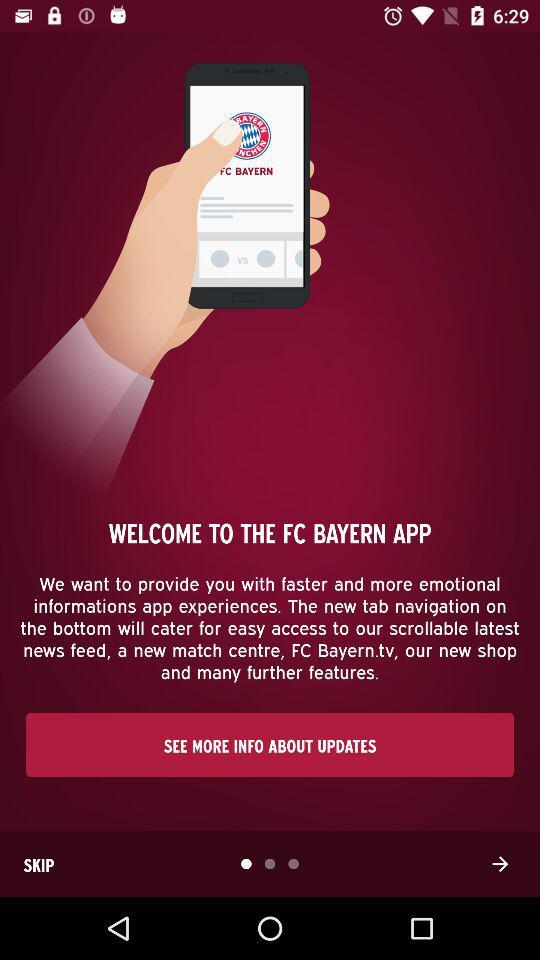 This screenshot has height=960, width=540. I want to click on the item to the right of skip, so click(499, 863).